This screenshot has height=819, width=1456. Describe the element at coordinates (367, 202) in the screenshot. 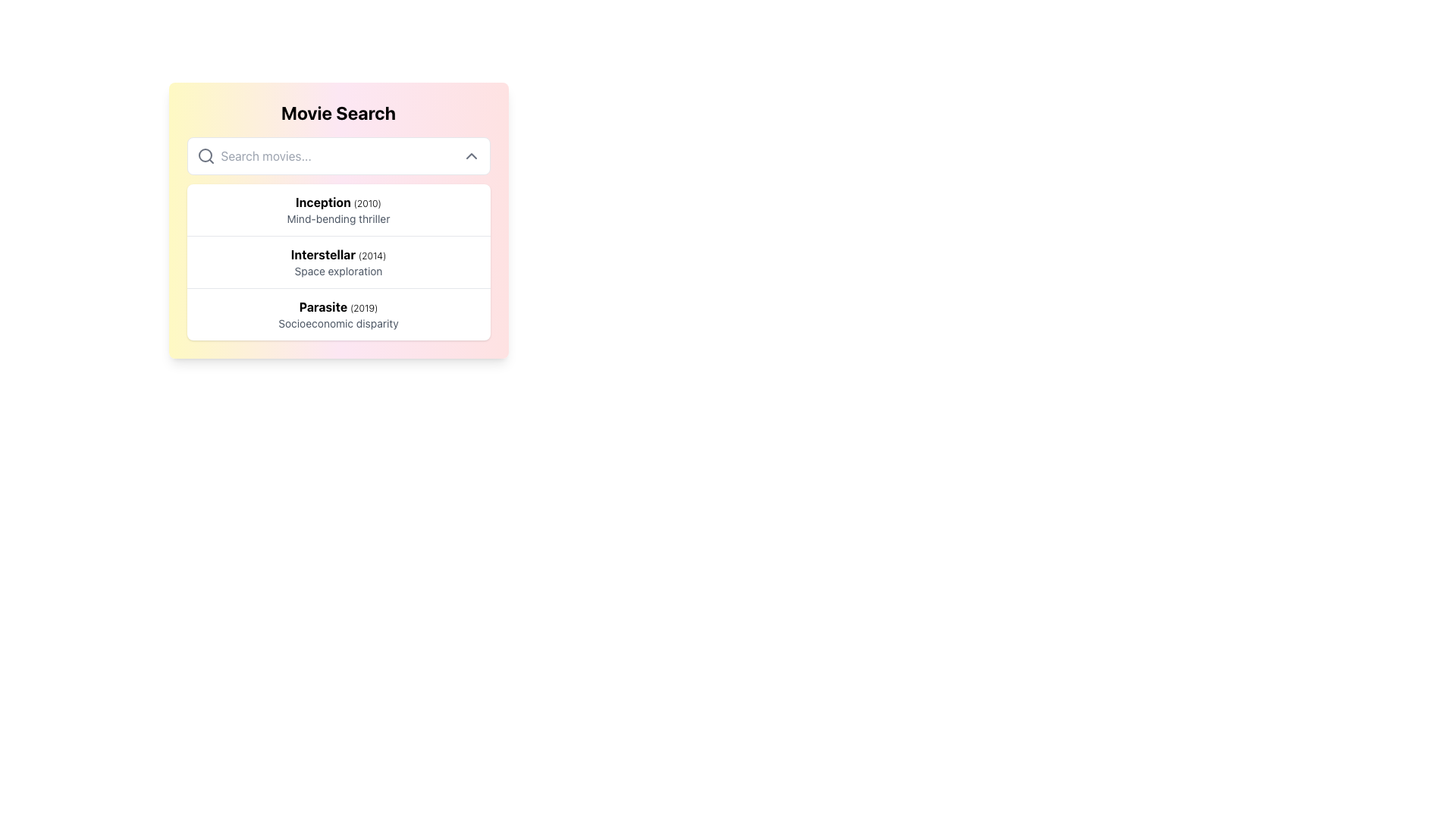

I see `the static text label displaying the year '(2010)' which is positioned to the right of the bold text 'Inception' in the first movie search result` at that location.